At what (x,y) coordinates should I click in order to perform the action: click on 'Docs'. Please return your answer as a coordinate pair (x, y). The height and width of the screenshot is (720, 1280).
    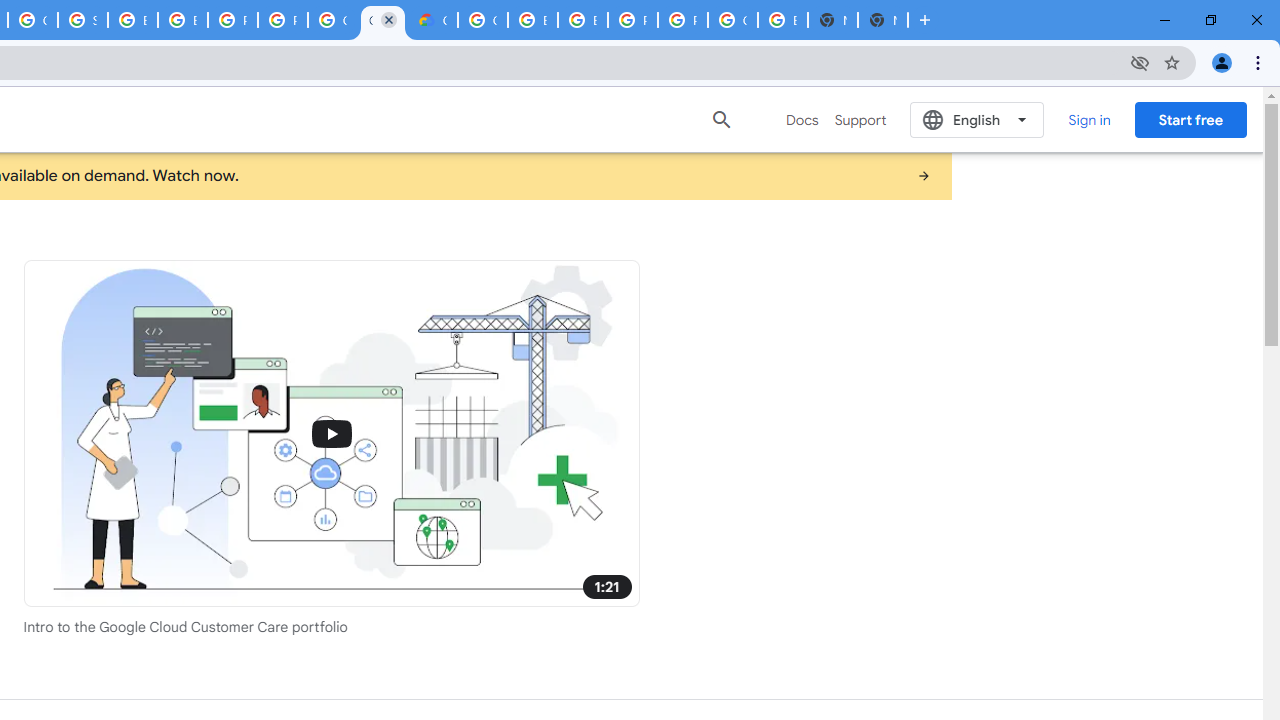
    Looking at the image, I should click on (802, 119).